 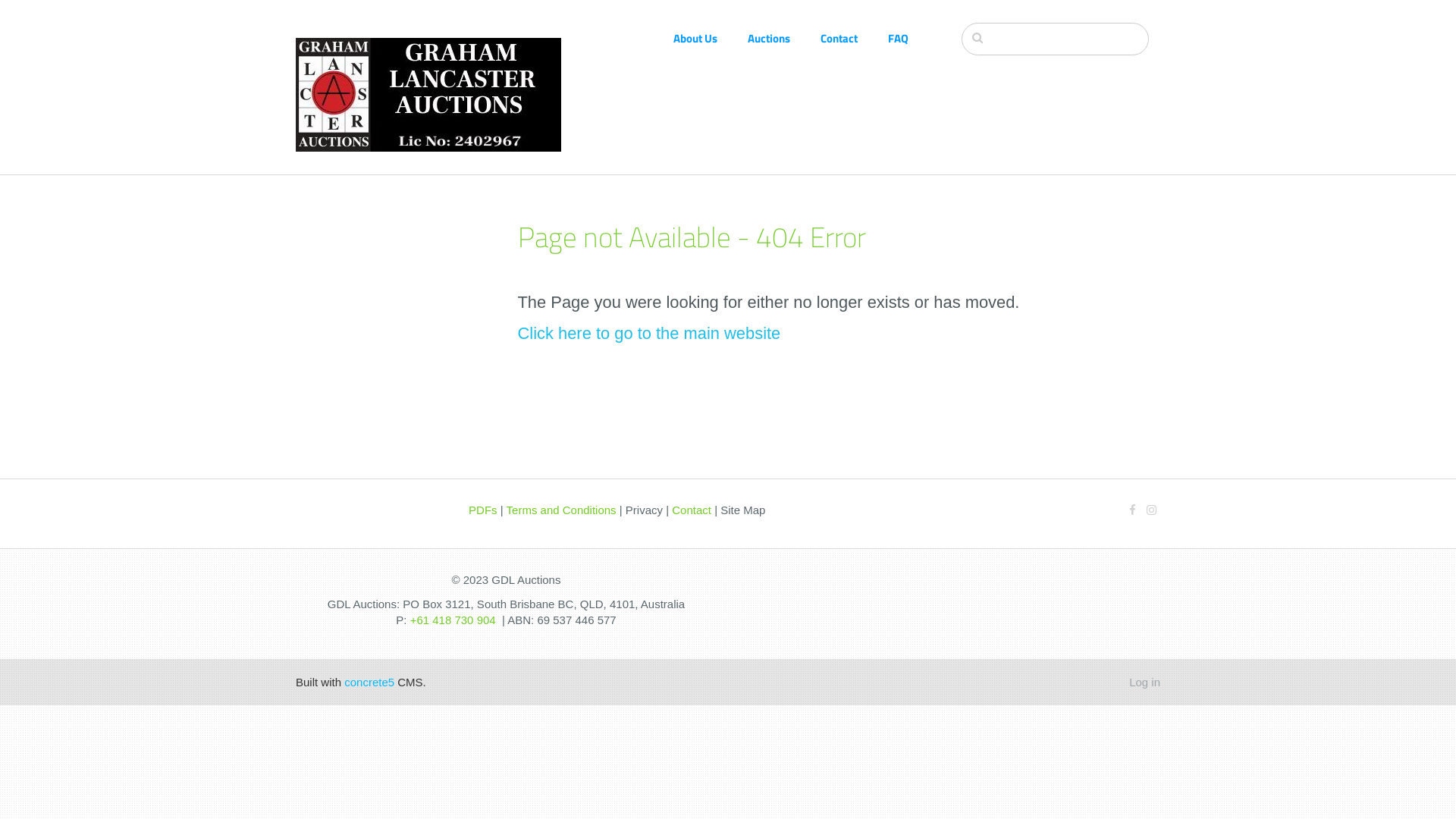 I want to click on '+61 418 730 904', so click(x=452, y=620).